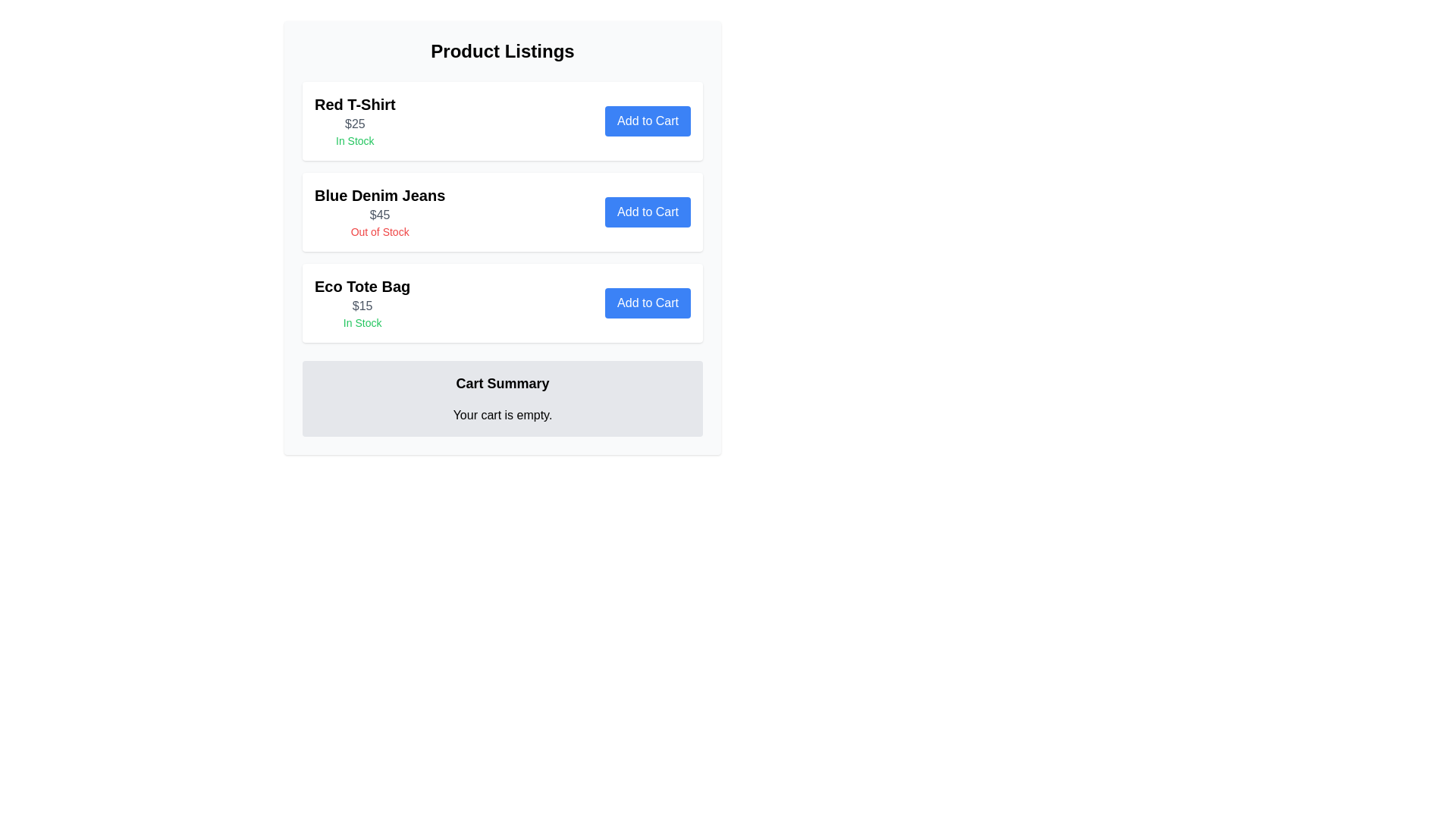  Describe the element at coordinates (354, 120) in the screenshot. I see `the Product information display that shows 'Red T-Shirt', priced at '$25', with stock status 'In Stock'` at that location.